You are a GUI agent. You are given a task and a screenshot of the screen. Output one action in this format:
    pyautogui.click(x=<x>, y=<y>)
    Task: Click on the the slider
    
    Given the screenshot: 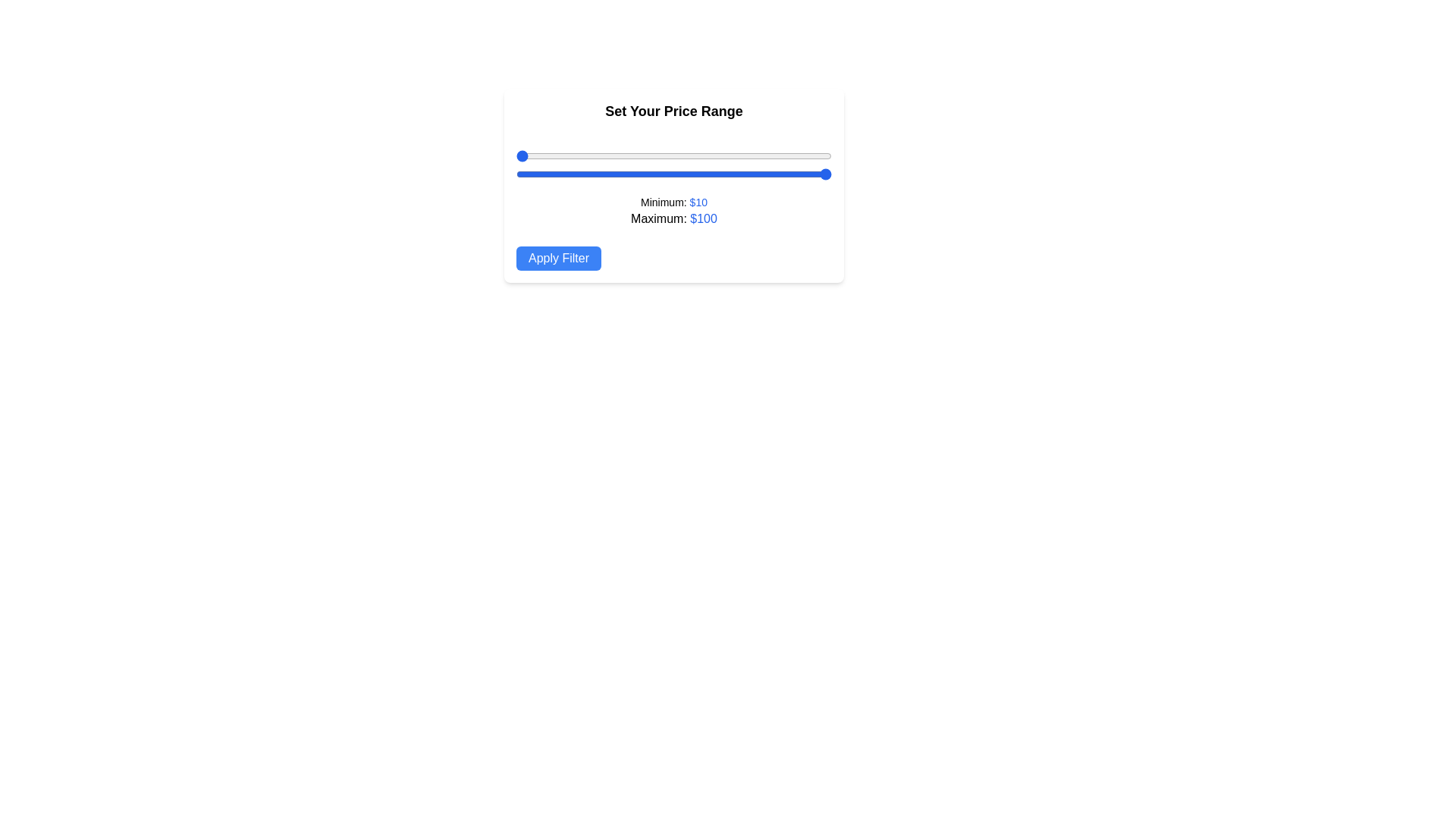 What is the action you would take?
    pyautogui.click(x=768, y=174)
    